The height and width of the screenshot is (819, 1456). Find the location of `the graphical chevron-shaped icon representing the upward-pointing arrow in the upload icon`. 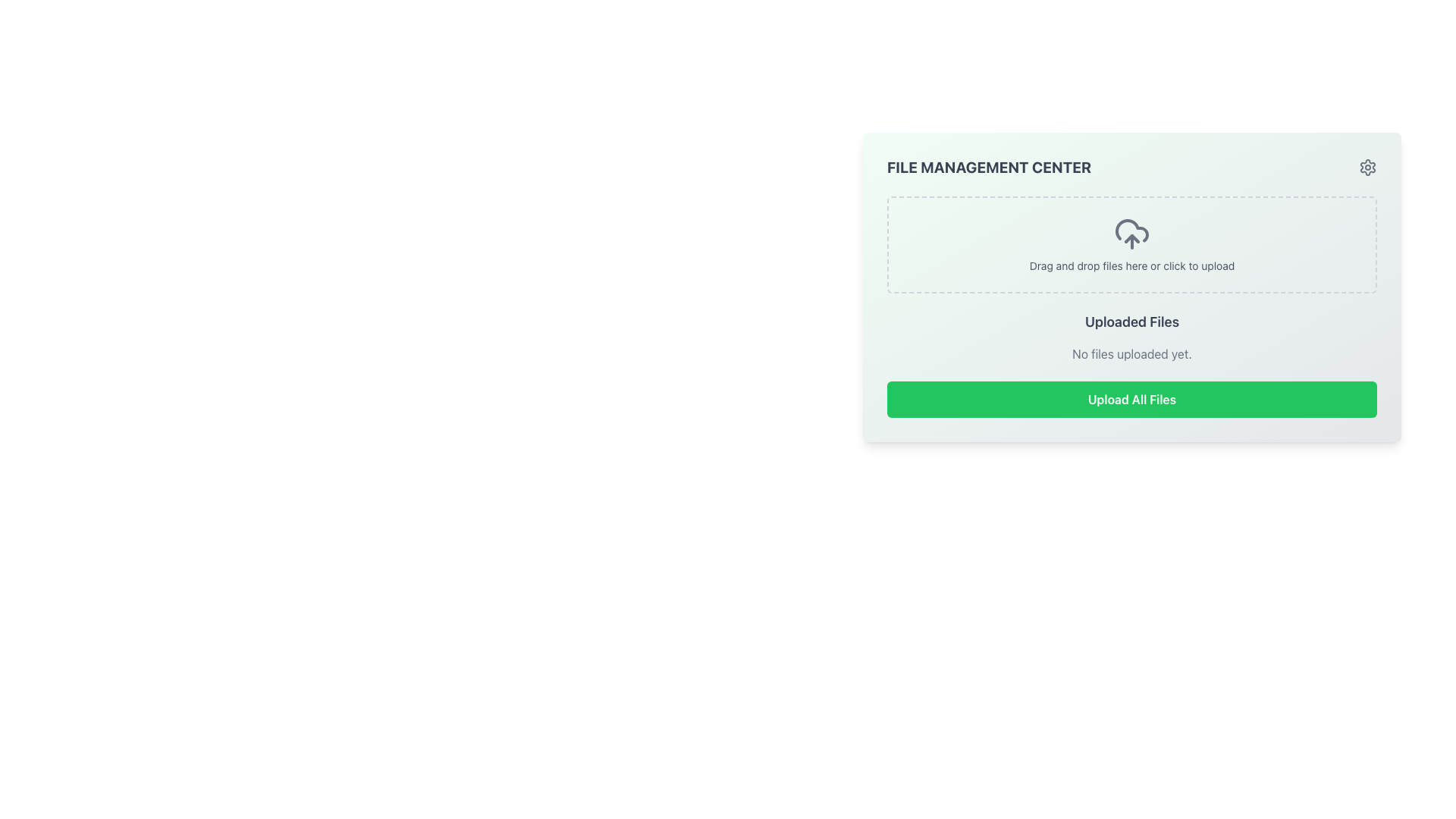

the graphical chevron-shaped icon representing the upward-pointing arrow in the upload icon is located at coordinates (1131, 239).